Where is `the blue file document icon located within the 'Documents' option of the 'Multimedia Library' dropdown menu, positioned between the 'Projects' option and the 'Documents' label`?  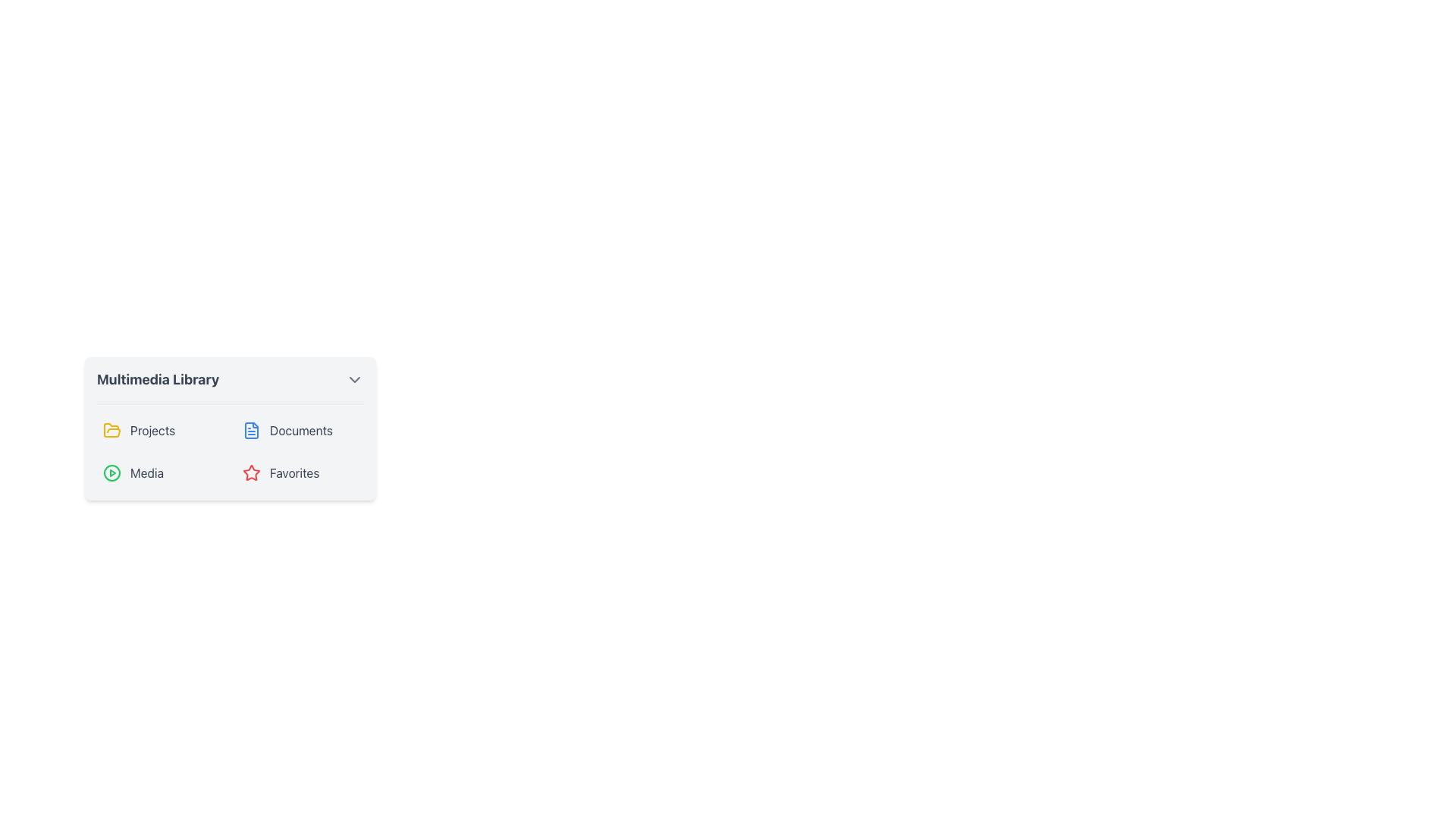
the blue file document icon located within the 'Documents' option of the 'Multimedia Library' dropdown menu, positioned between the 'Projects' option and the 'Documents' label is located at coordinates (251, 430).